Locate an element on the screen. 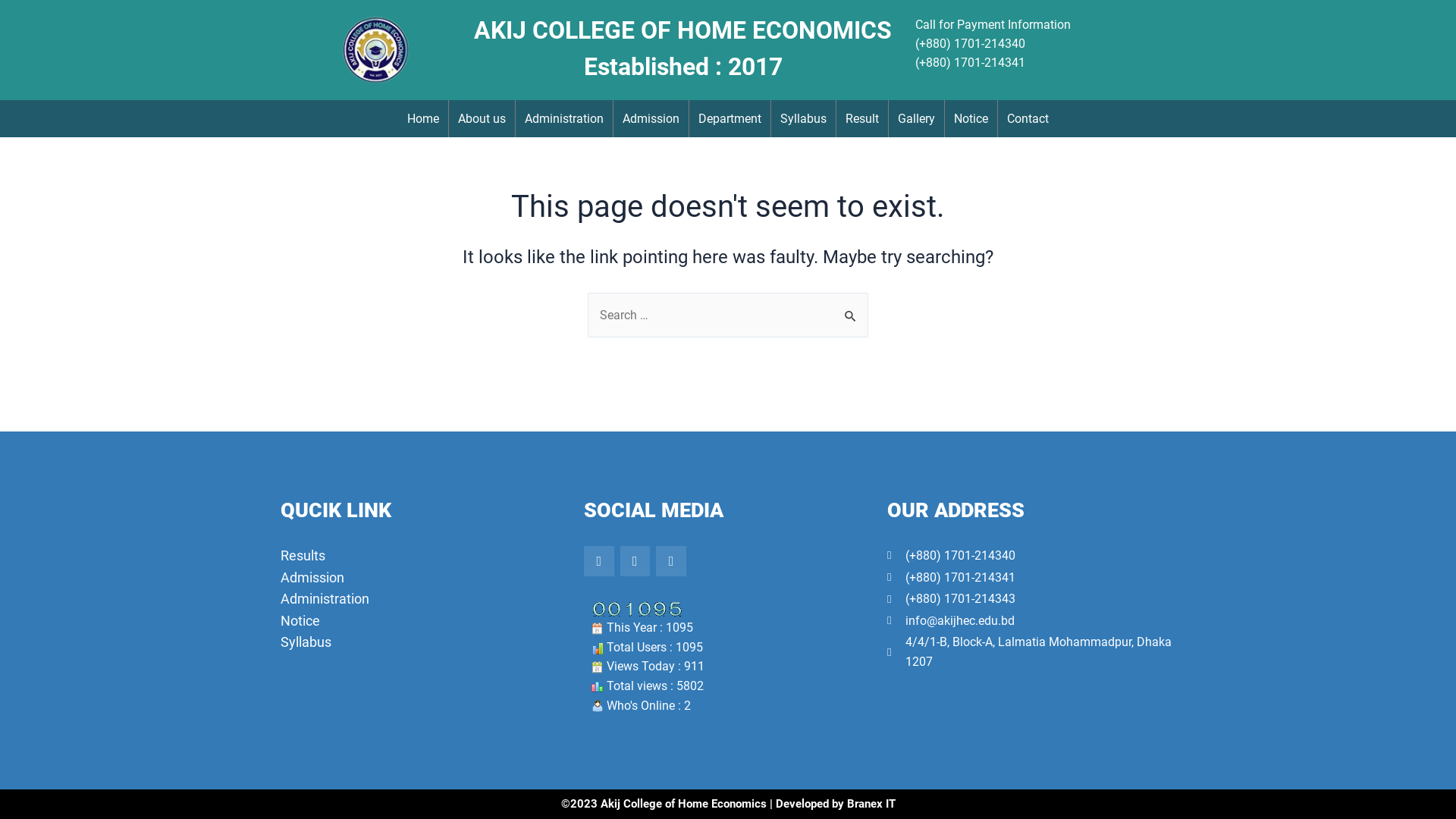  'Admission' is located at coordinates (651, 118).